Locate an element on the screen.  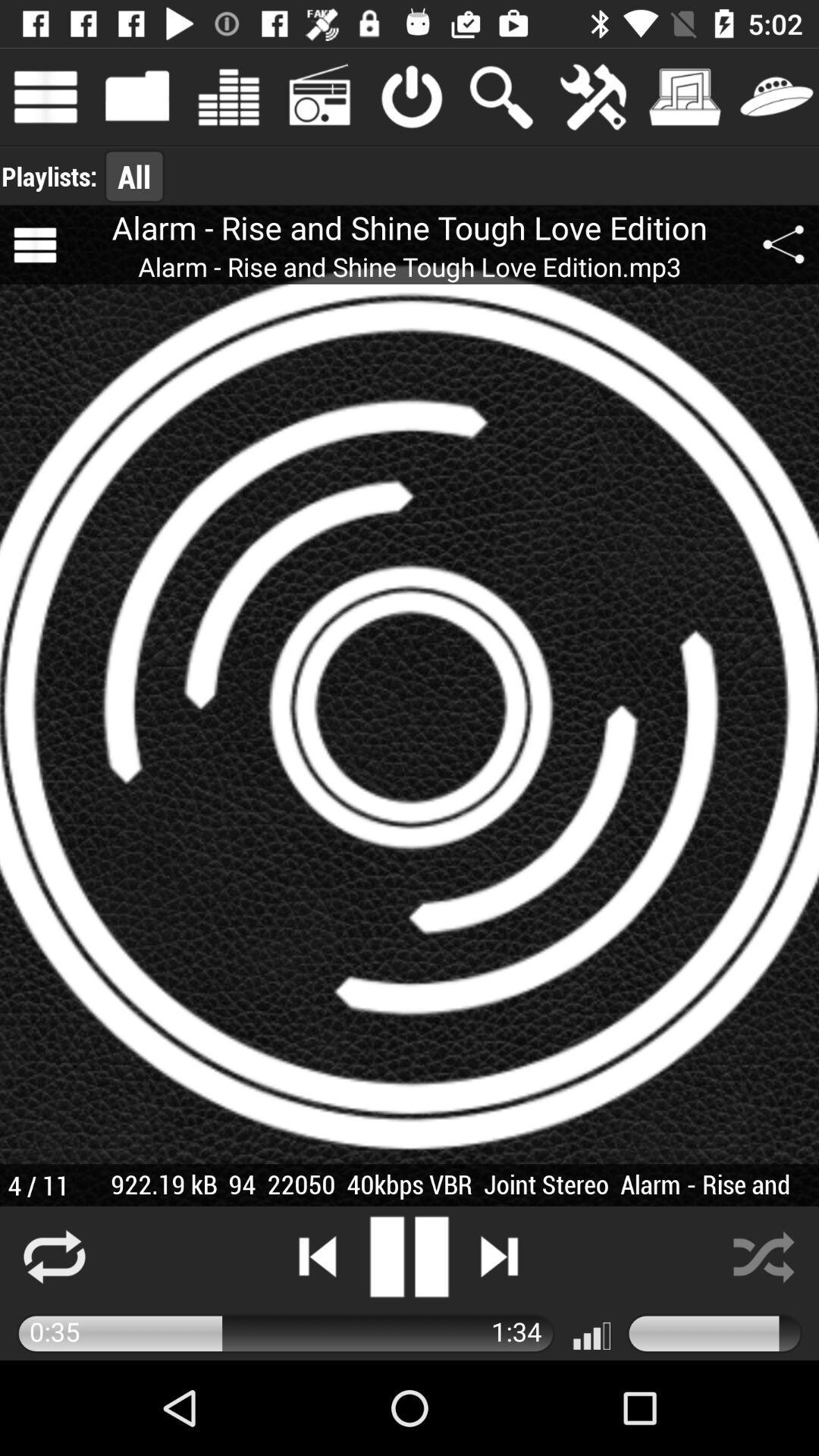
the search icon is located at coordinates (501, 96).